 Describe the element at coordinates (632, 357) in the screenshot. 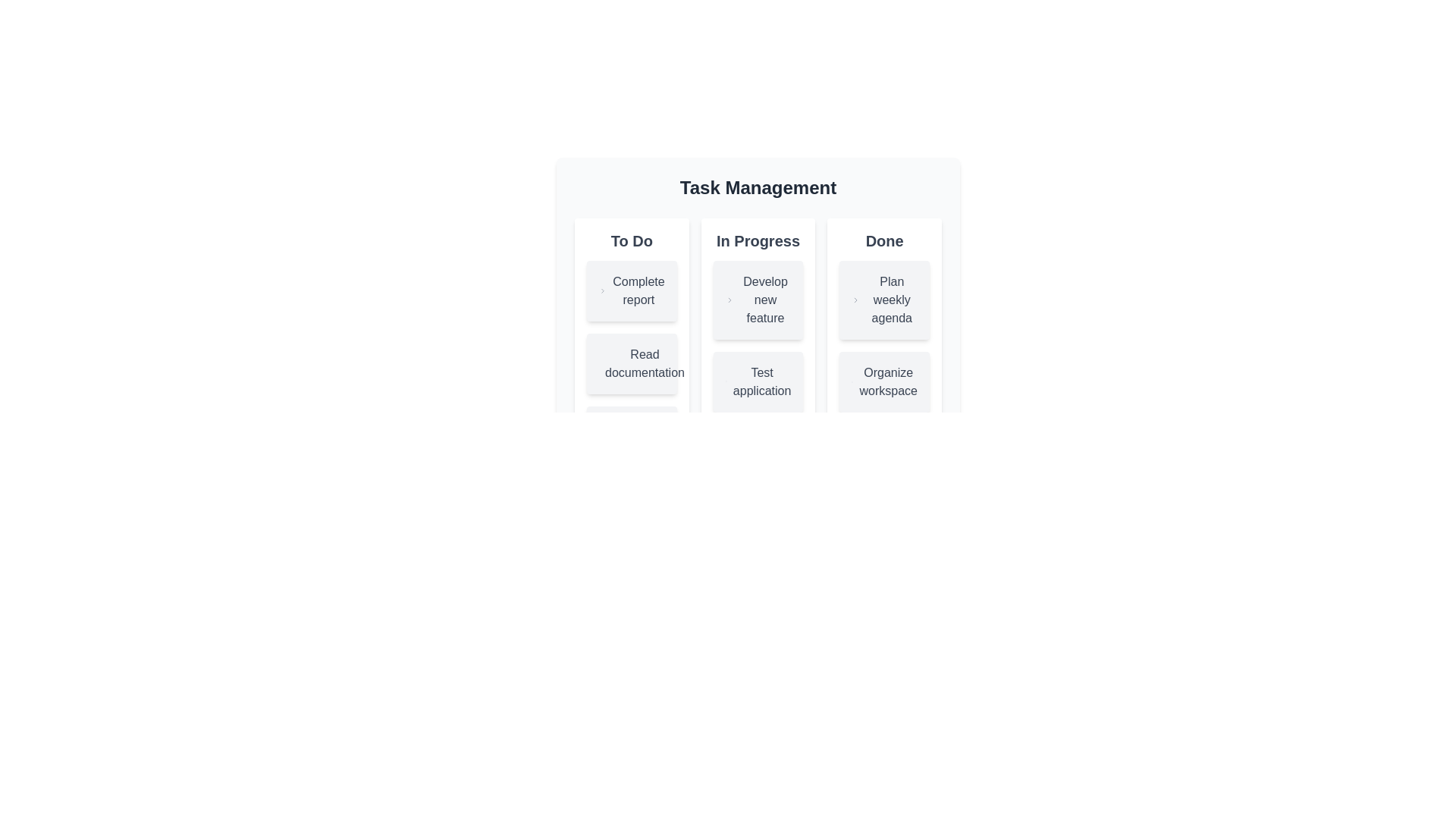

I see `tasks out of the 'To Do' card element located in the far-left column of the interface, which contains the heading 'To Do' and lists tasks such as 'Complete report,' 'Read documentation,' and 'Schedule meeting.'` at that location.